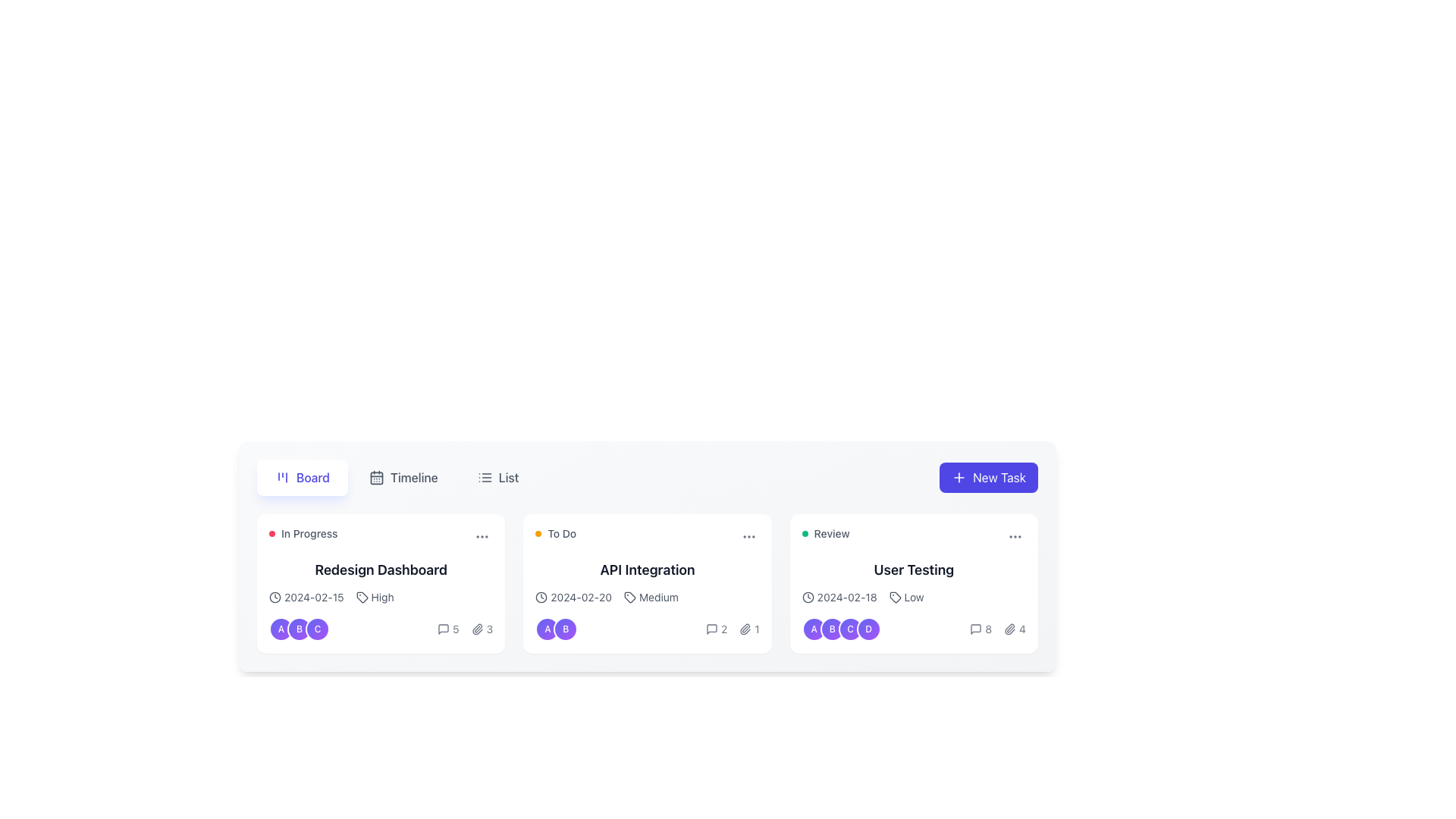 This screenshot has width=1456, height=819. I want to click on the circular avatar with a gradient fill transitioning from indigo to purple, bordered with white, containing the letter 'A' in uppercase, located near the bottom-left corner of the 'Redesign Dashboard' card, so click(281, 629).